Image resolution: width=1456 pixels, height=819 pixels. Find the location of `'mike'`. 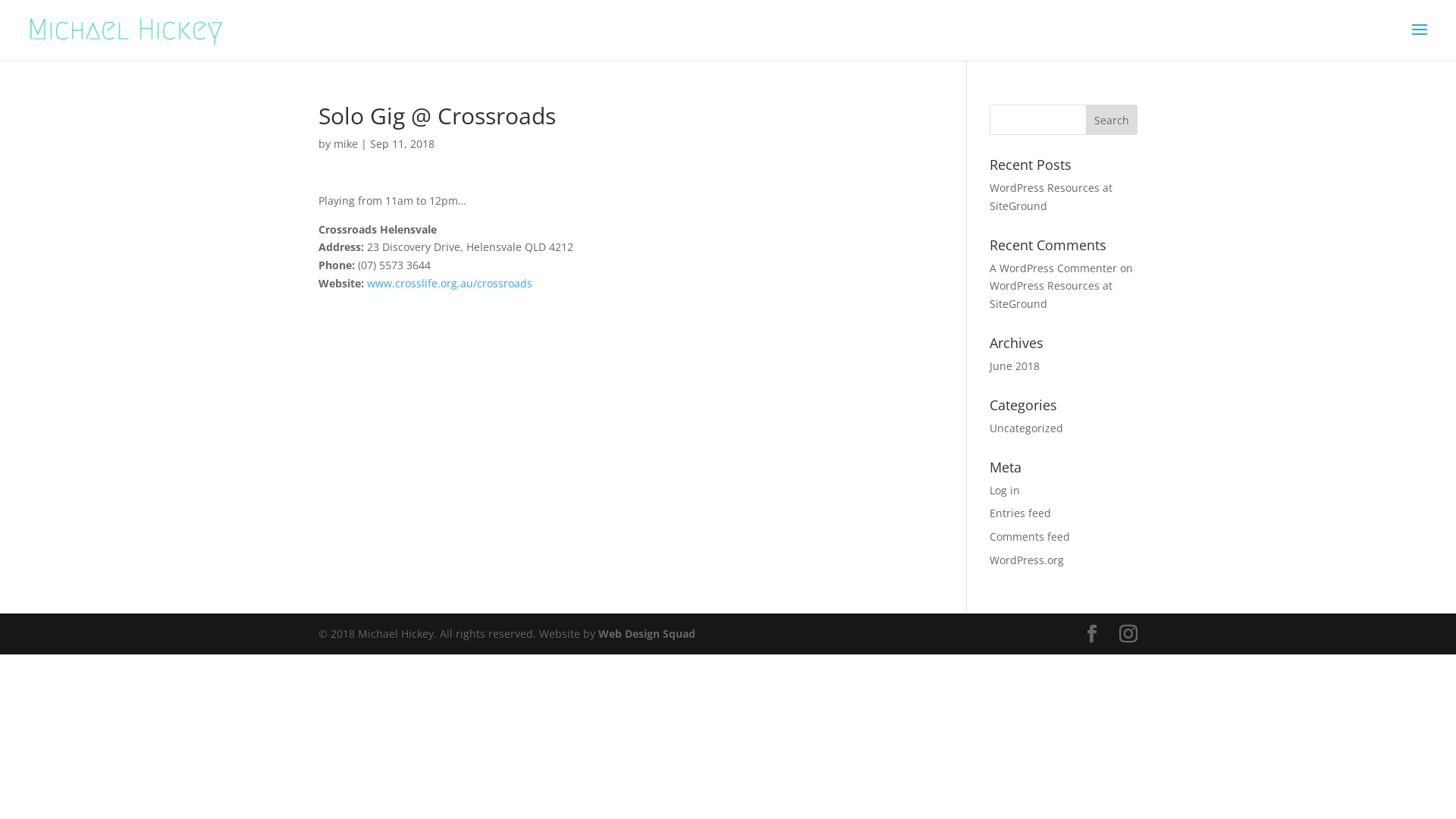

'mike' is located at coordinates (333, 143).